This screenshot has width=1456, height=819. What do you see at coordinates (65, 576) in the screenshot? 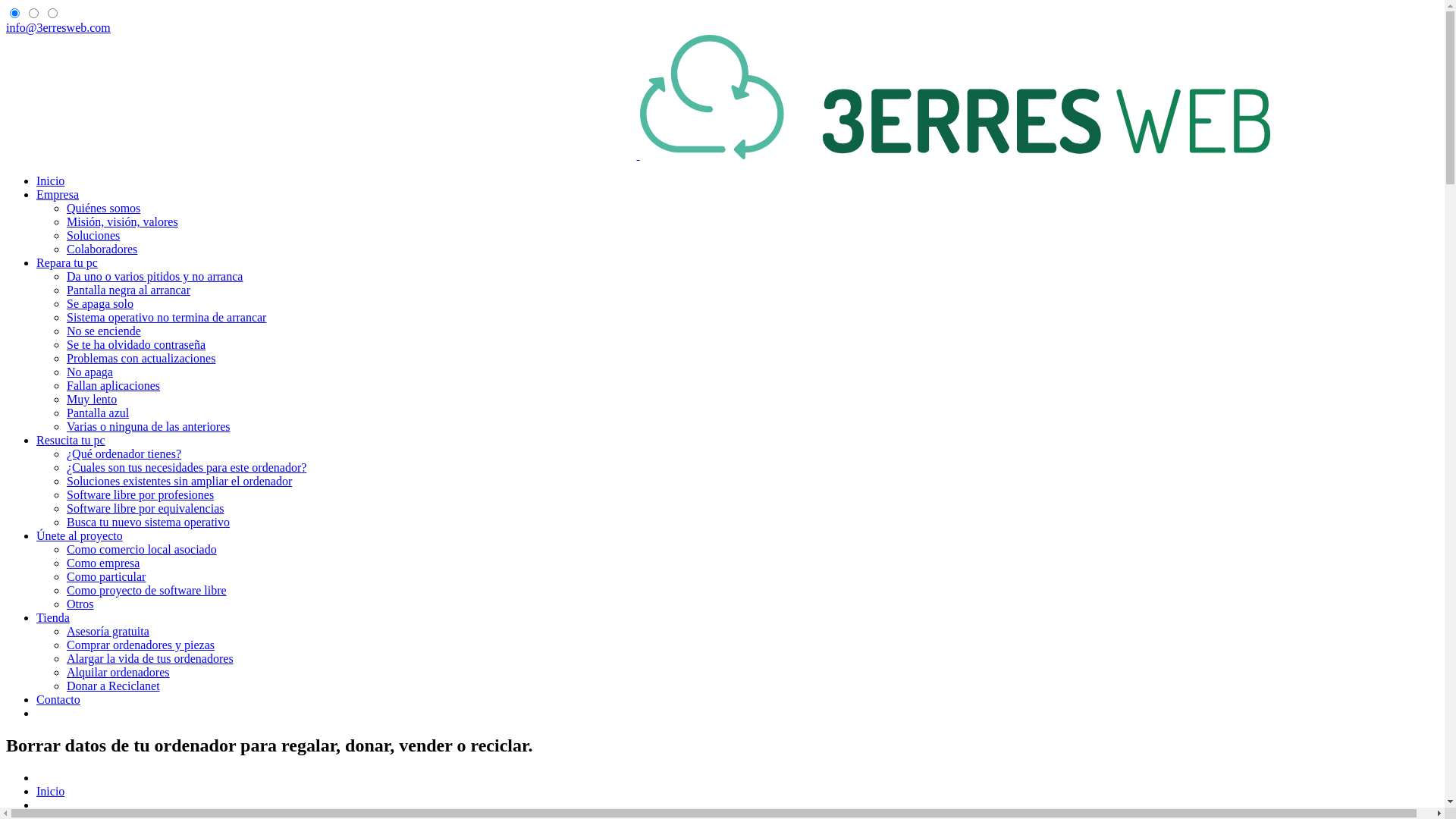
I see `'Como particular'` at bounding box center [65, 576].